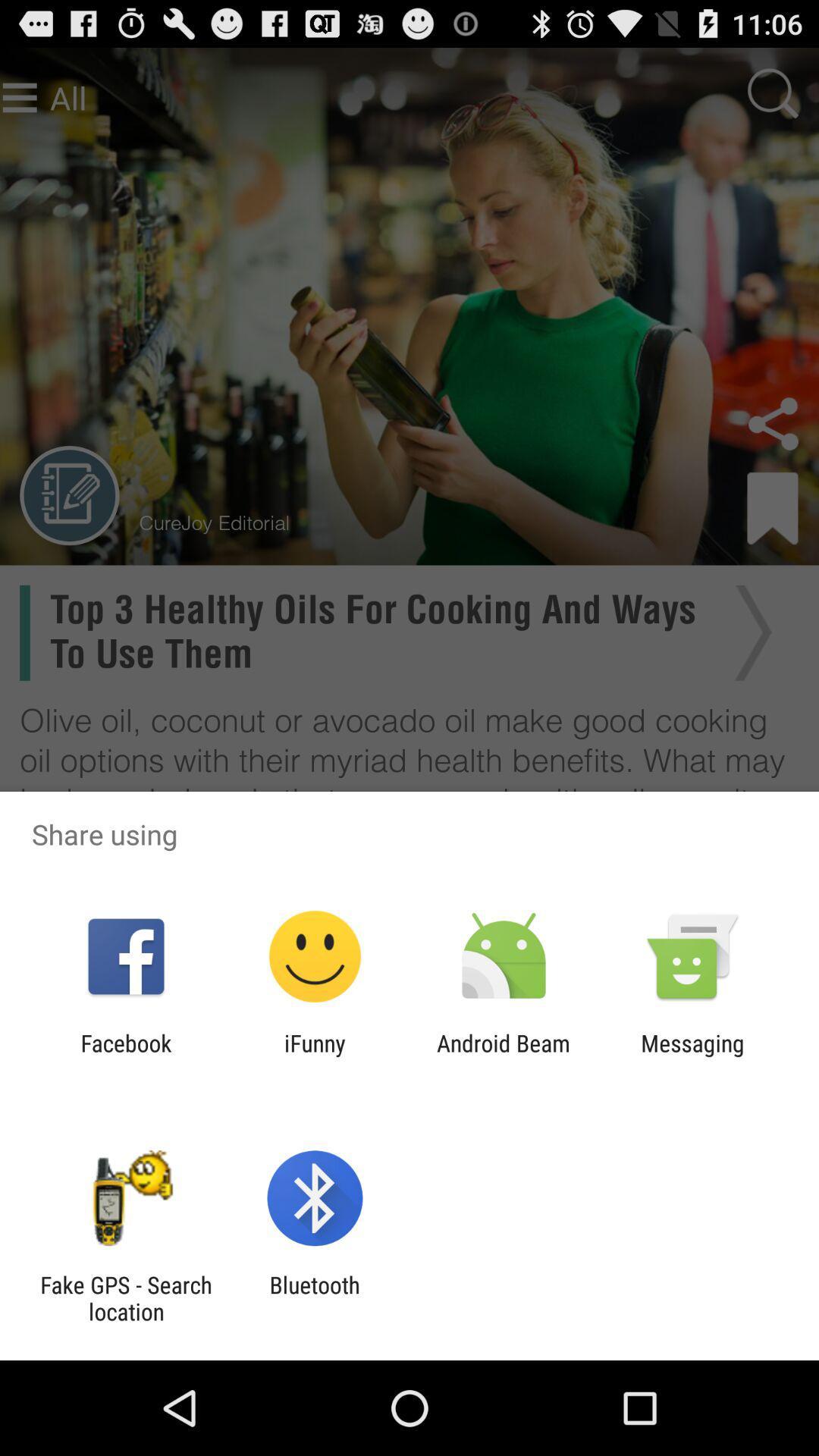  What do you see at coordinates (125, 1056) in the screenshot?
I see `the facebook app` at bounding box center [125, 1056].